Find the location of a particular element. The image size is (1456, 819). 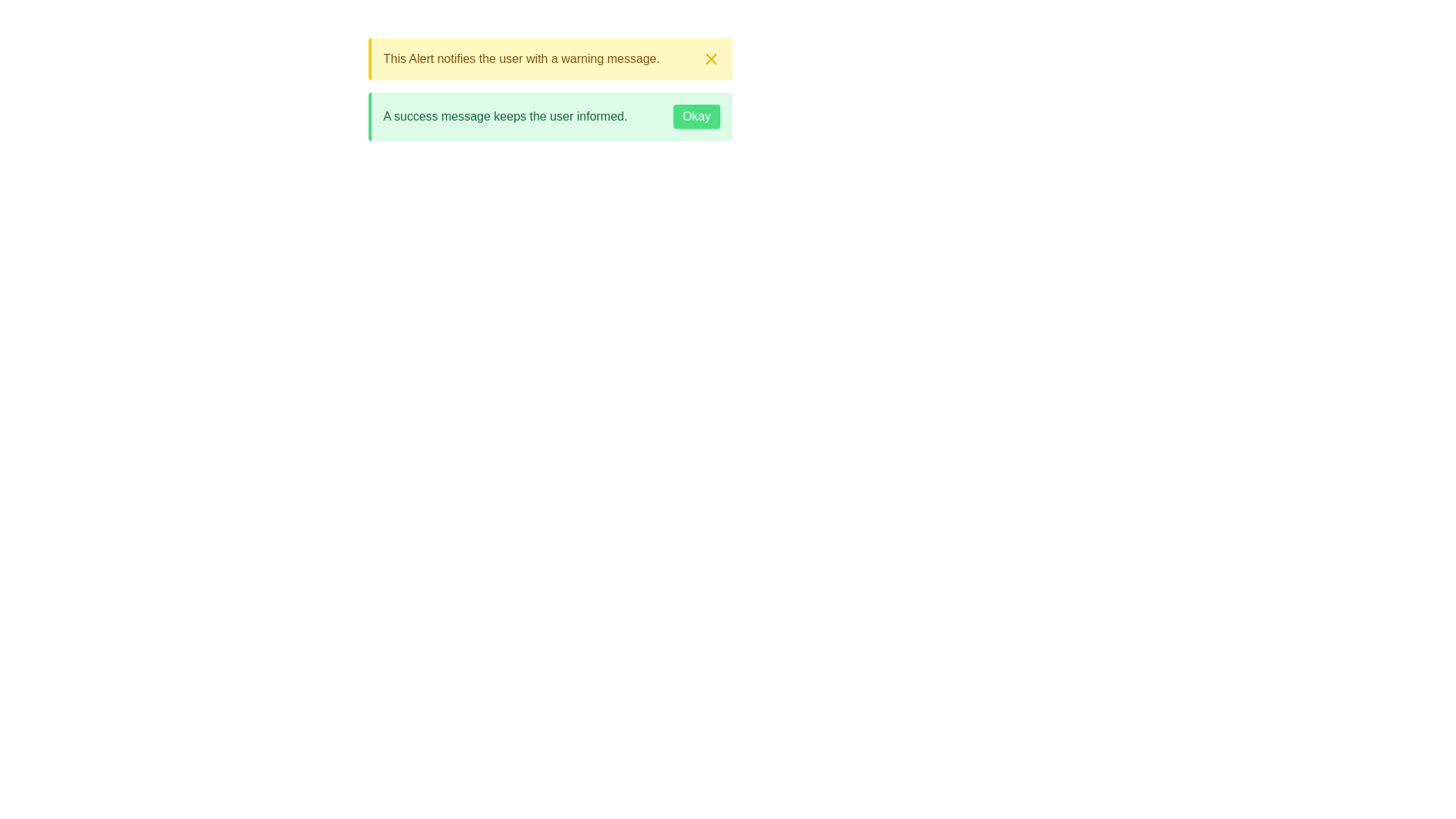

the static warning message text within the yellow notification box with an orange left border, located in the center-left area of the box is located at coordinates (521, 58).